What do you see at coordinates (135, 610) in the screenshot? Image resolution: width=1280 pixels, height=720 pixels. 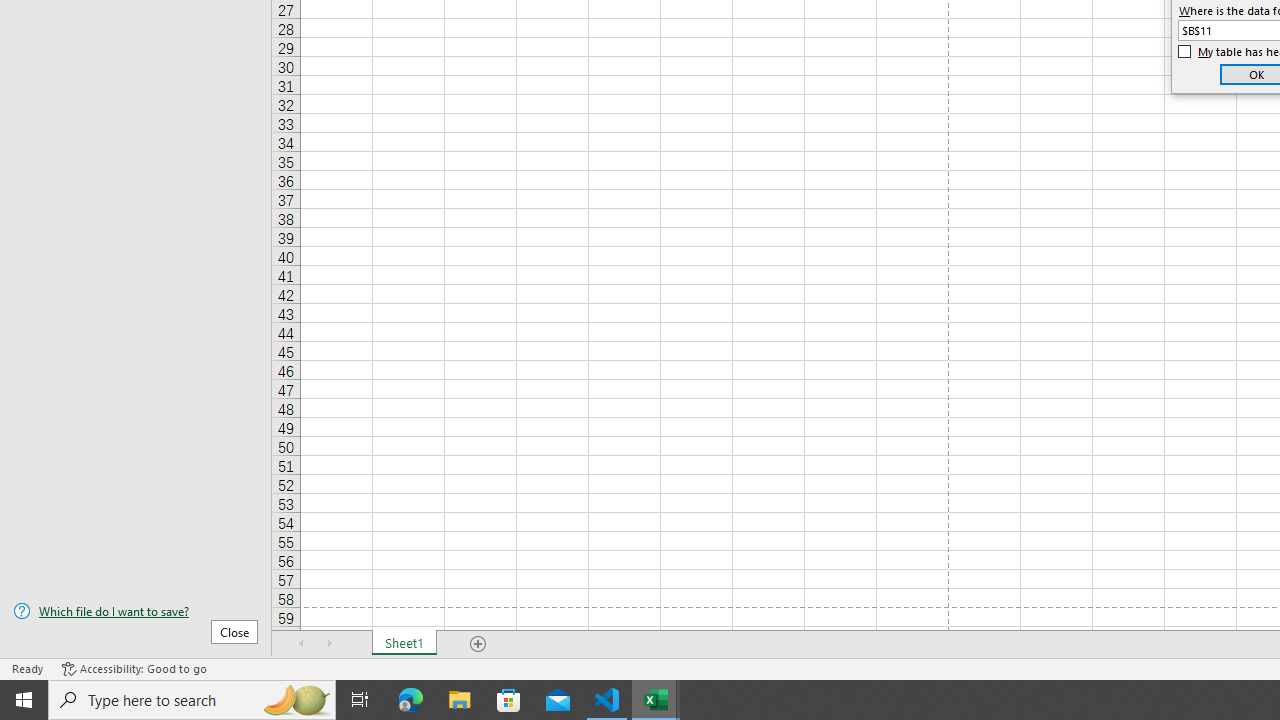 I see `'Which file do I want to save?'` at bounding box center [135, 610].